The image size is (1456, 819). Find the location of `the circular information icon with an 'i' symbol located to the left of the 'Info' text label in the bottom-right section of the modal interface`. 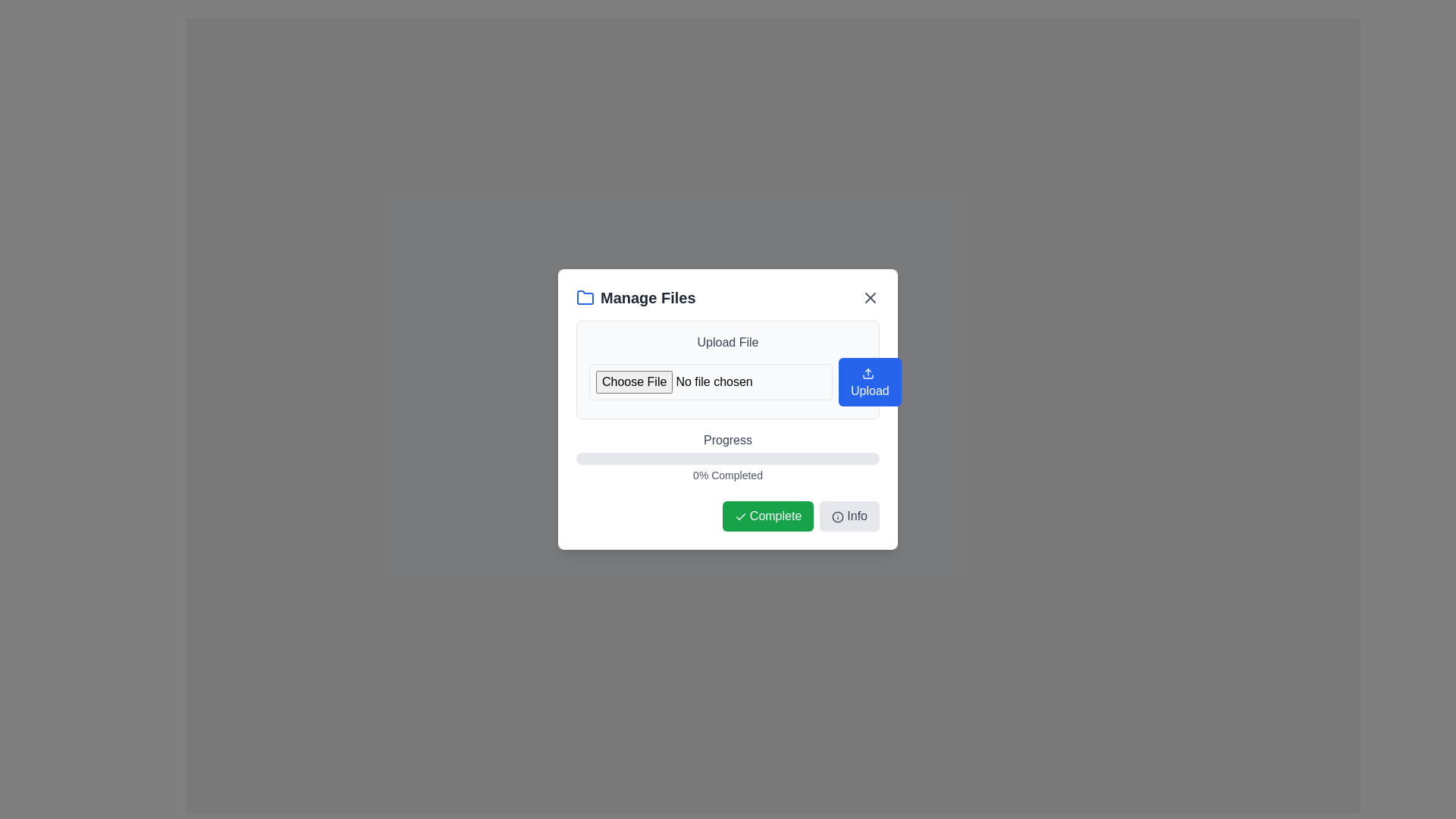

the circular information icon with an 'i' symbol located to the left of the 'Info' text label in the bottom-right section of the modal interface is located at coordinates (837, 516).